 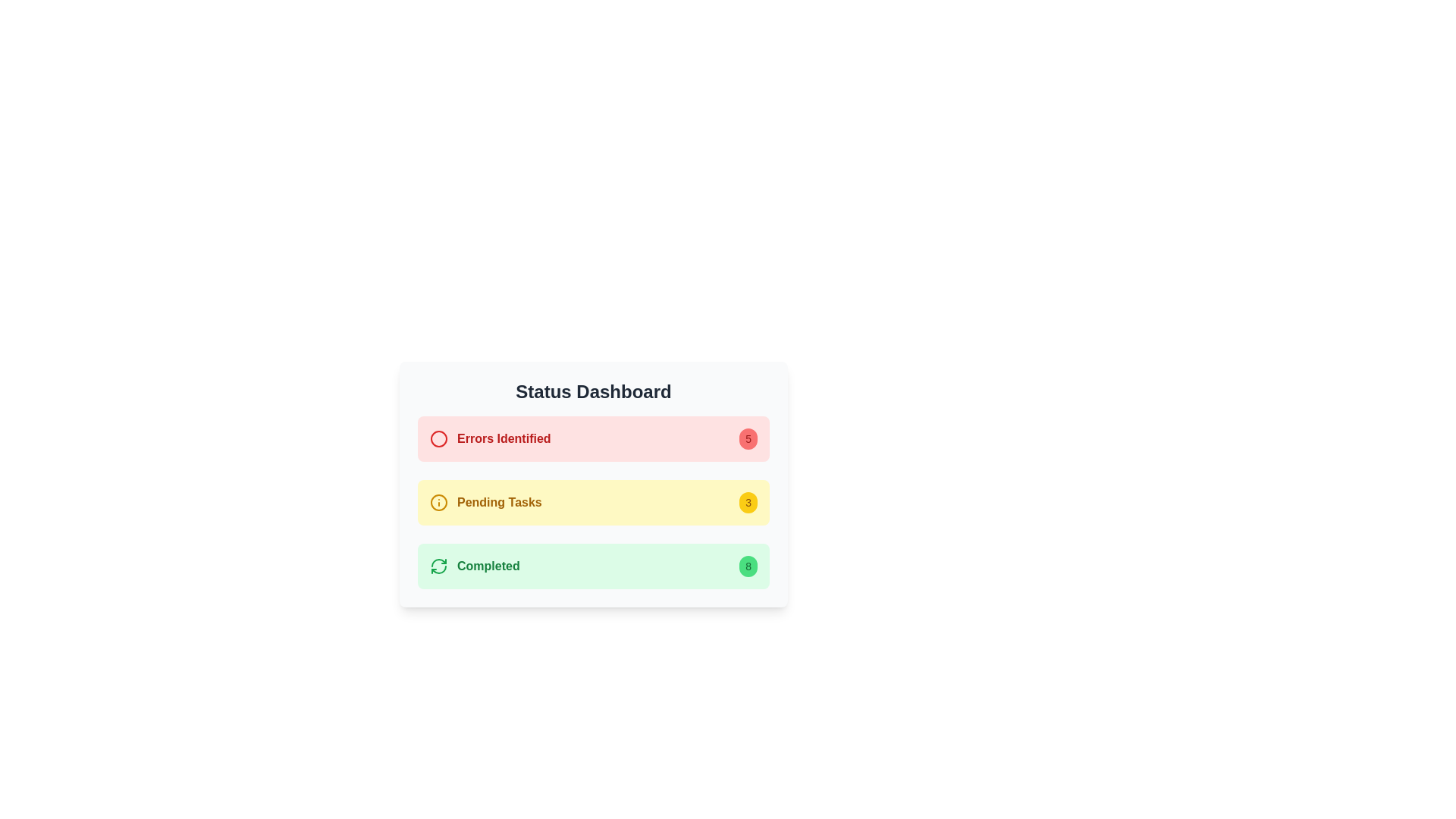 I want to click on the 'Pending Tasks' label with icon located in the middle section of the status dashboard, so click(x=485, y=503).